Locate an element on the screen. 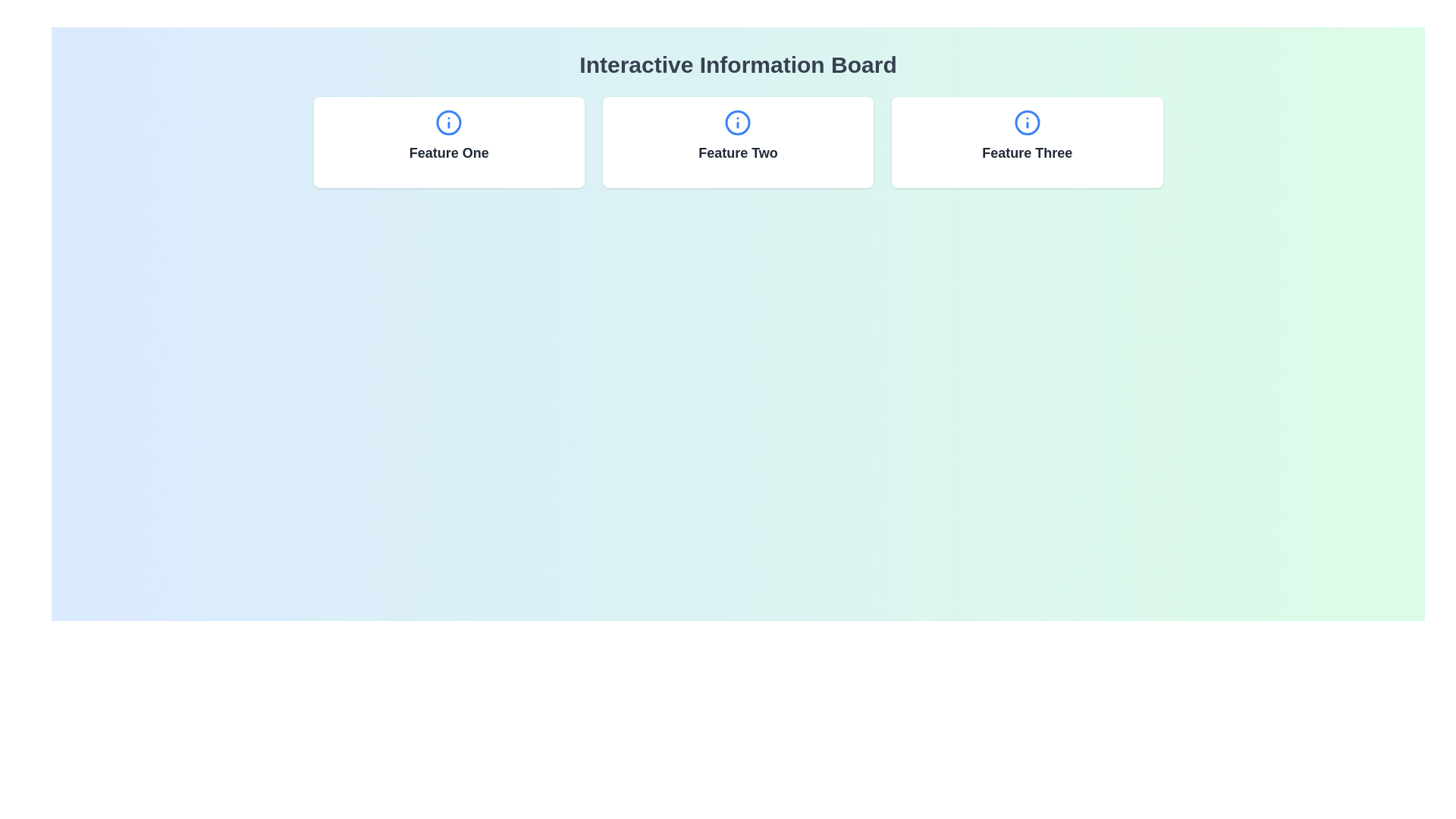 The height and width of the screenshot is (819, 1456). text element labeled 'Feature Two' which is styled in bold dark gray and located below the information icon in the middle card of a three-card layout is located at coordinates (738, 136).